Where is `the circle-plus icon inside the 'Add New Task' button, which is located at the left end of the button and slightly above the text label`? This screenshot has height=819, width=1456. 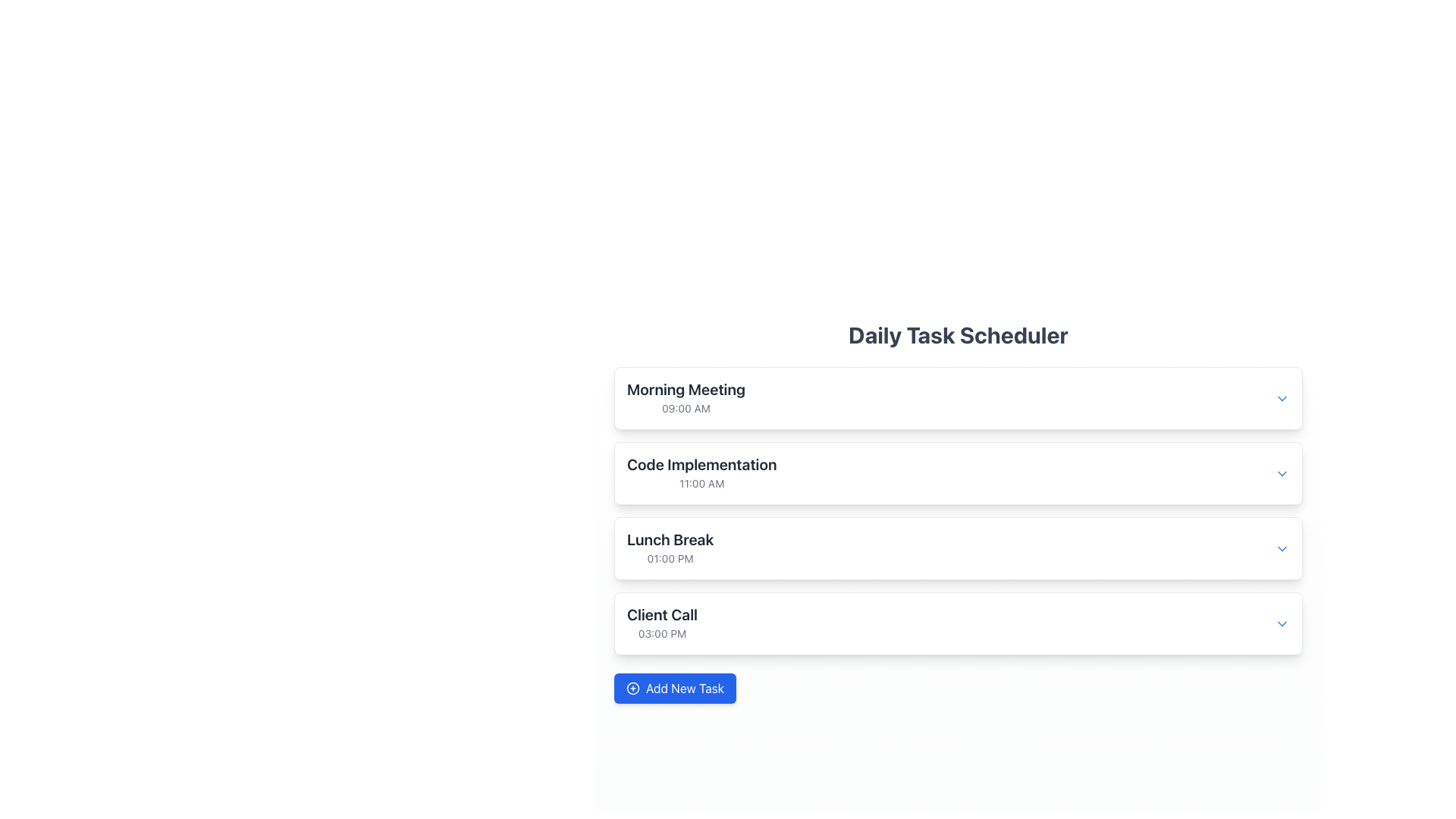 the circle-plus icon inside the 'Add New Task' button, which is located at the left end of the button and slightly above the text label is located at coordinates (633, 688).